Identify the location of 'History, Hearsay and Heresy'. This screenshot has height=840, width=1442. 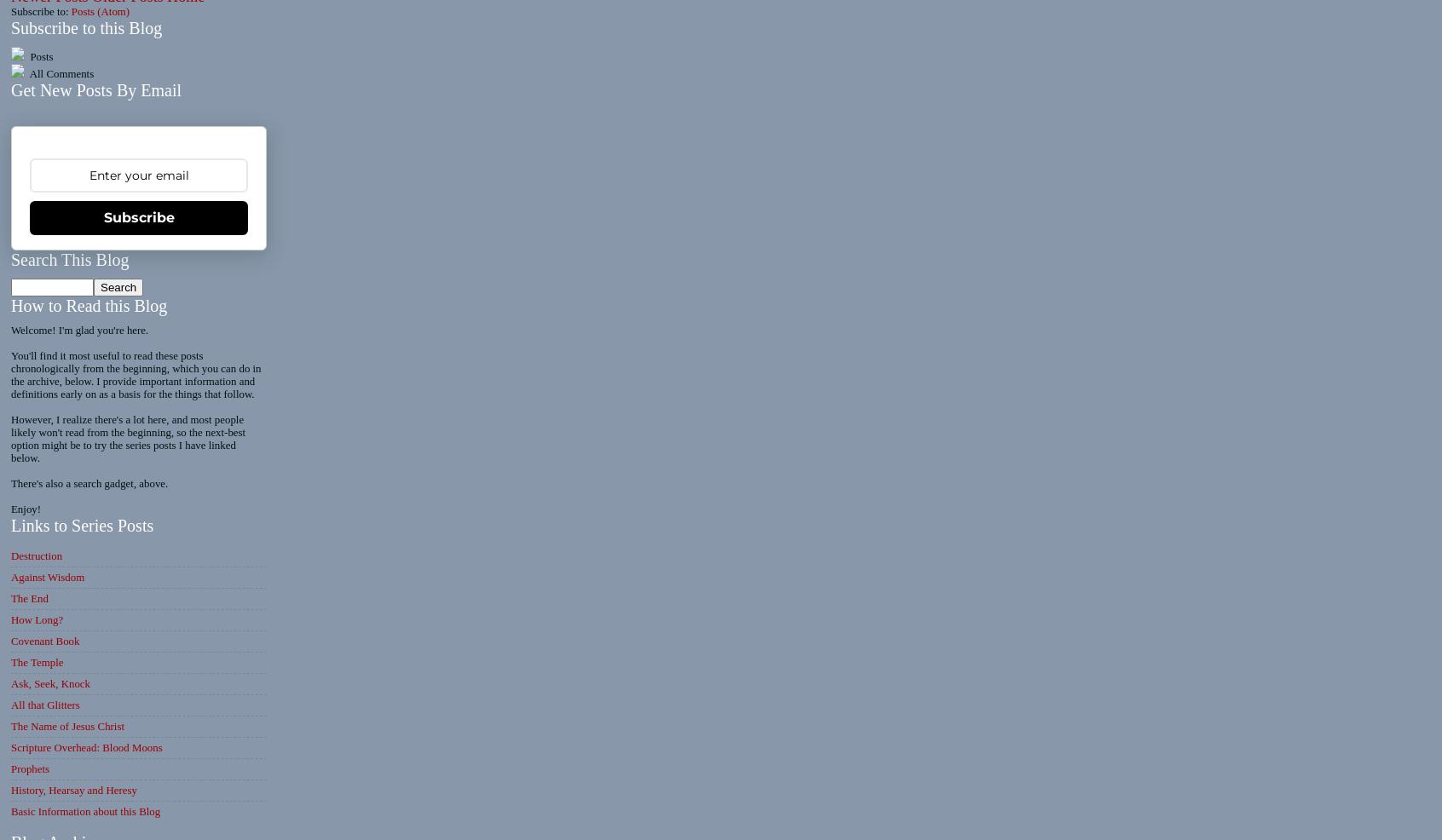
(73, 790).